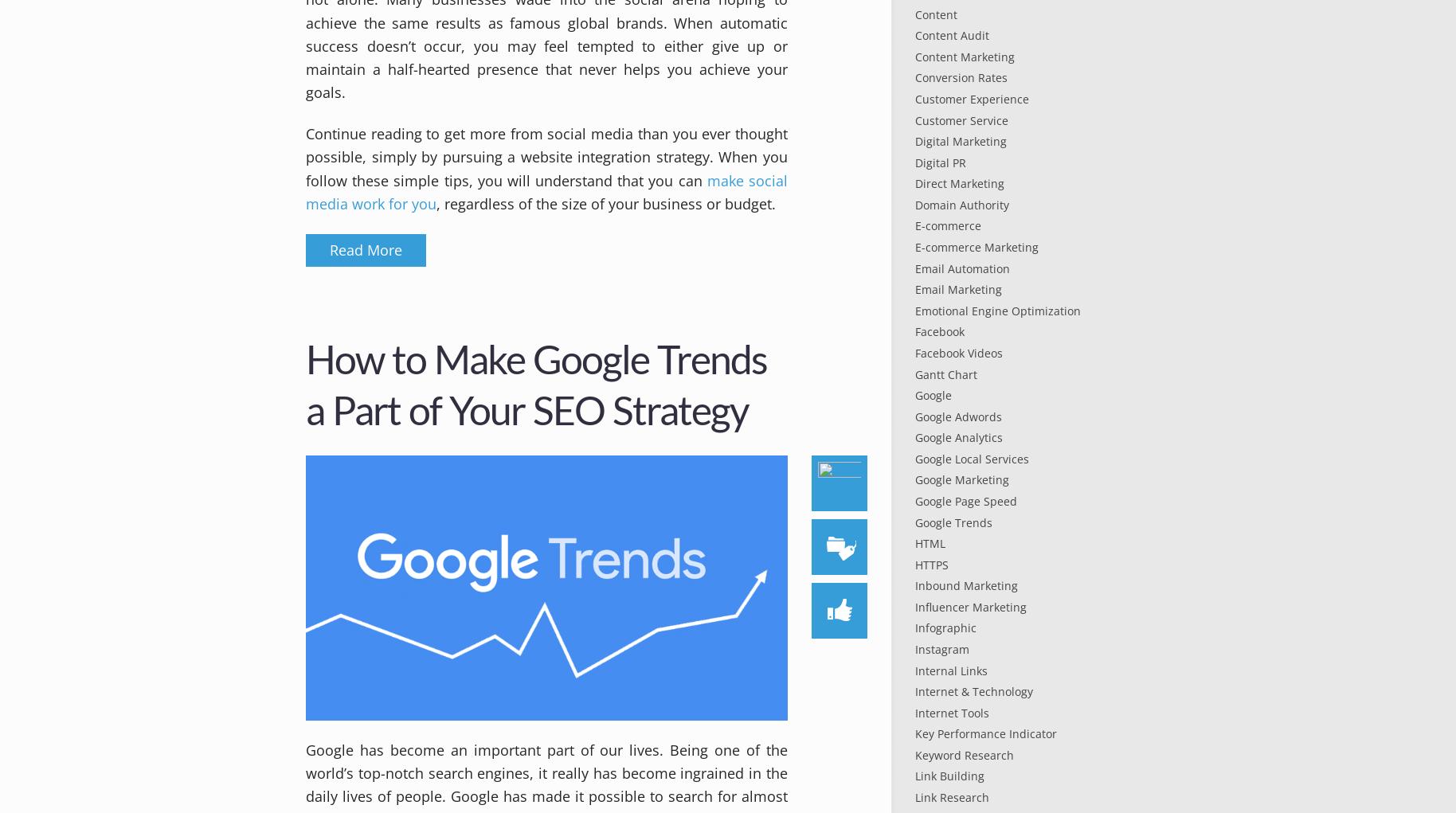 This screenshot has width=1456, height=813. Describe the element at coordinates (957, 416) in the screenshot. I see `'Google Adwords'` at that location.